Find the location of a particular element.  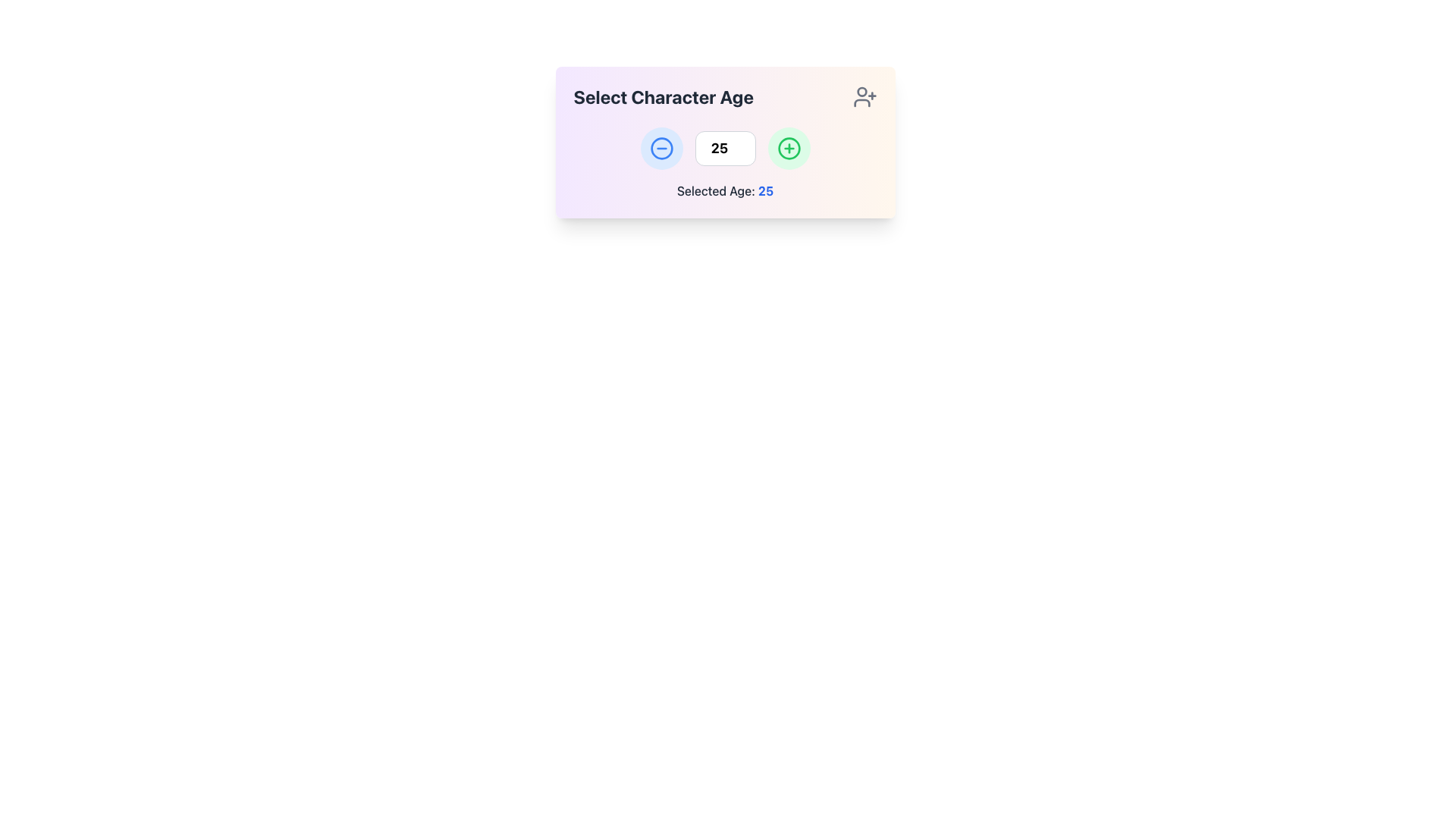

the green circular button with a plus sign in the top-right portion of the interactive area to increase the value is located at coordinates (789, 149).